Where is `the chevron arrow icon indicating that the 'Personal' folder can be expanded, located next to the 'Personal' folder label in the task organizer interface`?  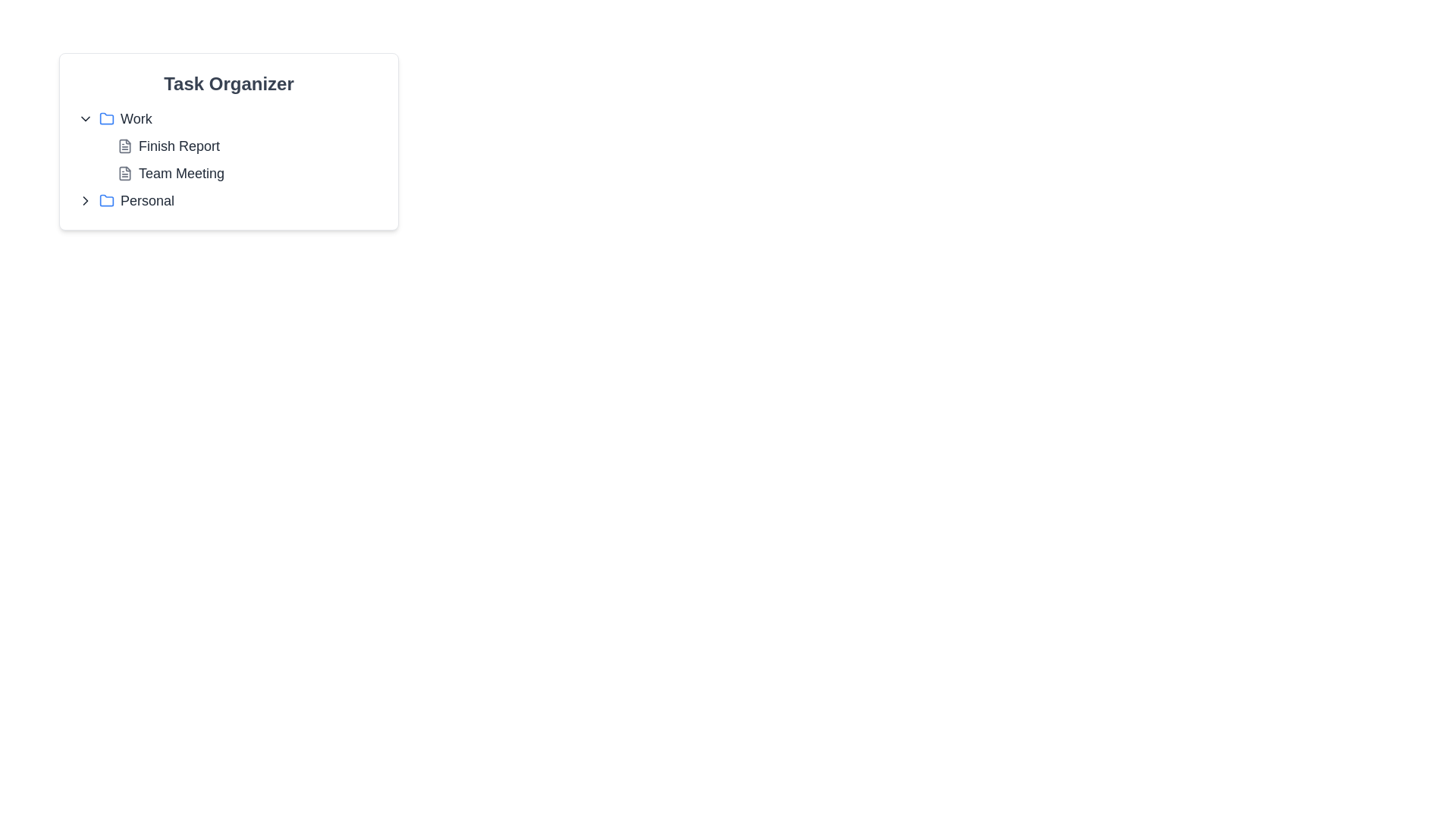 the chevron arrow icon indicating that the 'Personal' folder can be expanded, located next to the 'Personal' folder label in the task organizer interface is located at coordinates (85, 200).